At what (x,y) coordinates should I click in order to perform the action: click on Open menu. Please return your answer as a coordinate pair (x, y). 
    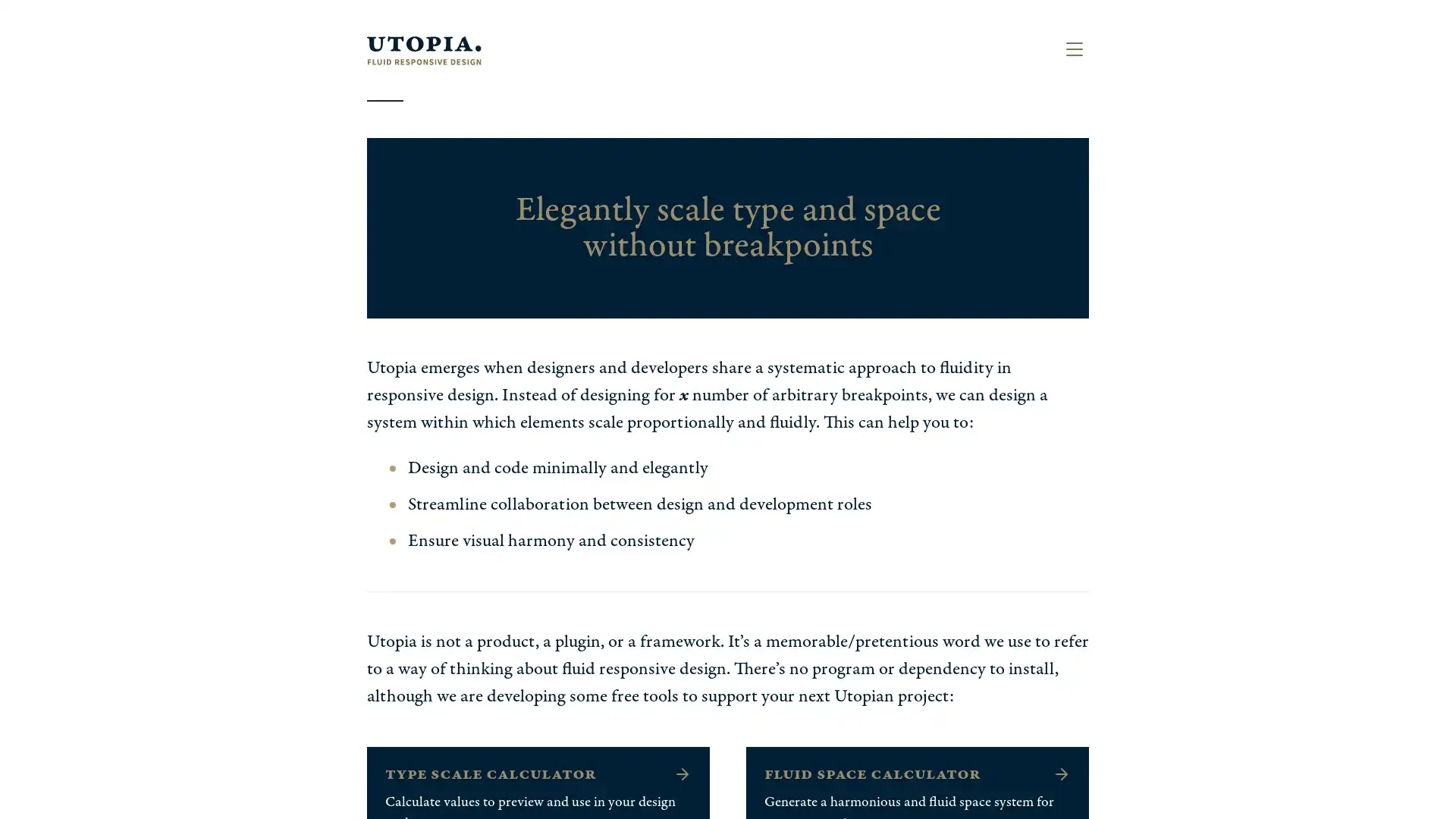
    Looking at the image, I should click on (1073, 49).